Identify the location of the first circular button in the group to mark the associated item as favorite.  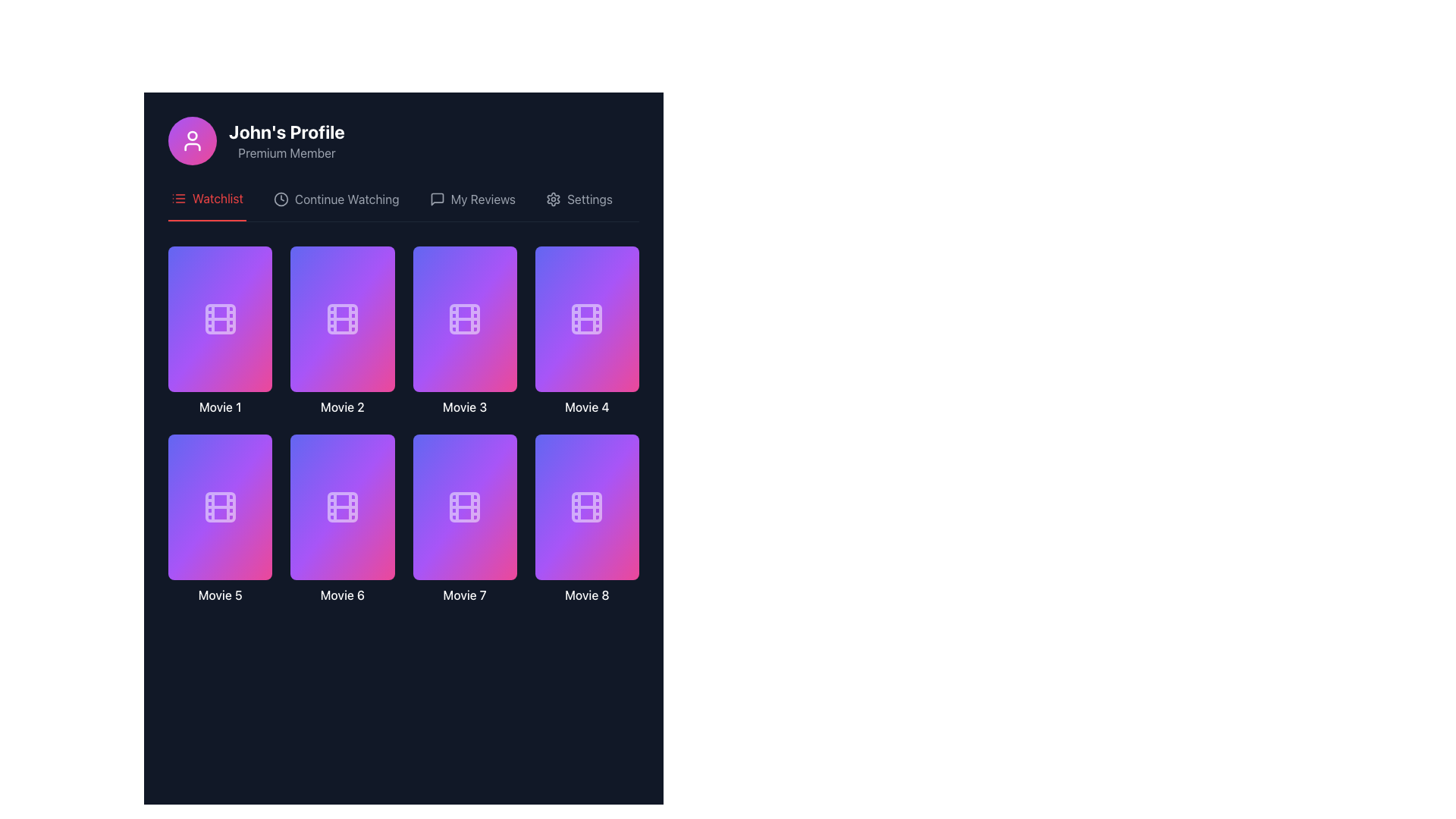
(325, 543).